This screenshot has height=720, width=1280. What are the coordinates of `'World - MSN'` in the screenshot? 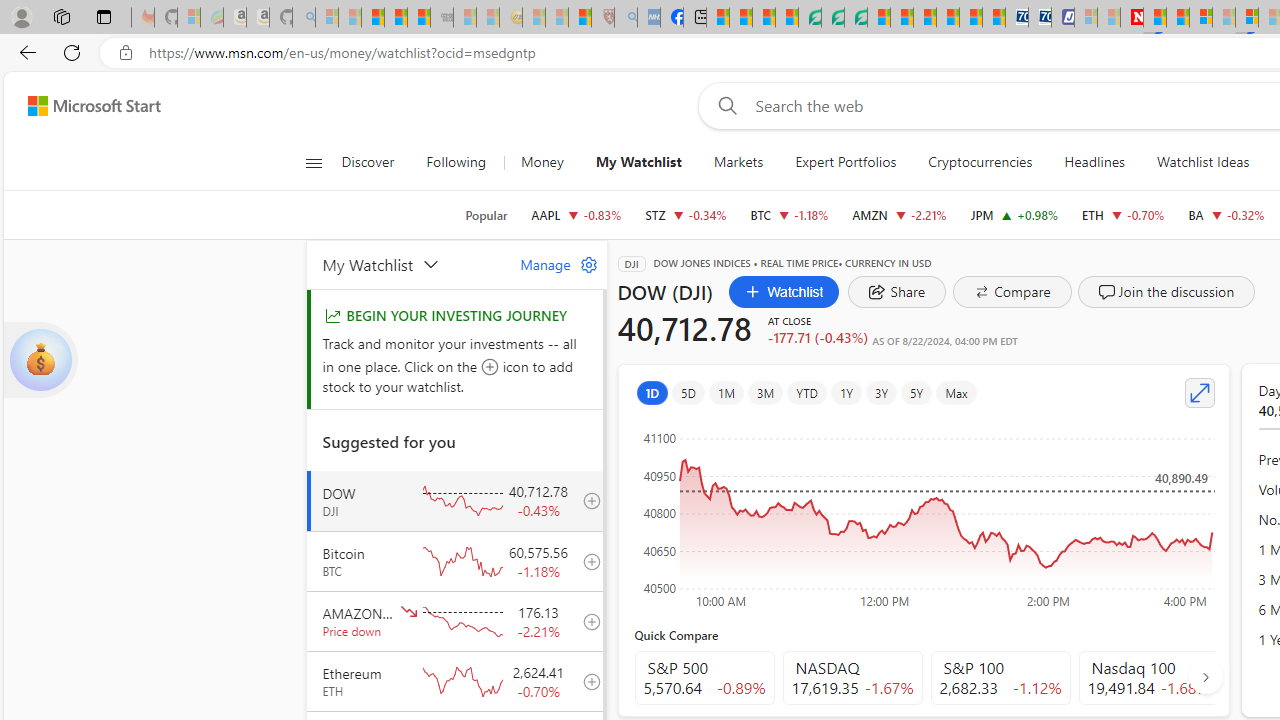 It's located at (762, 17).